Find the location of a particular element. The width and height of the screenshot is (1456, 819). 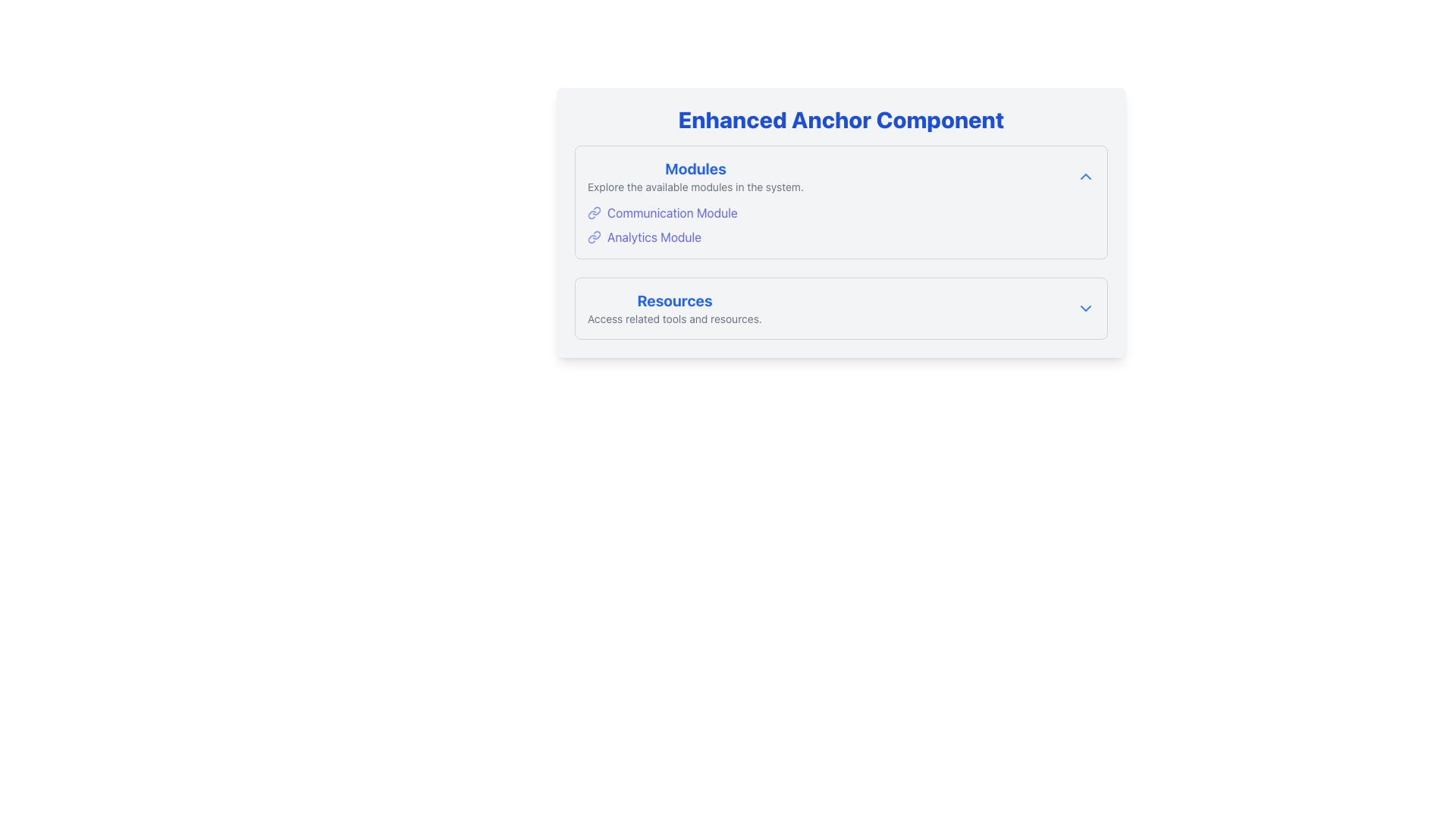

the icon located to the left of the 'Analytics Module' text is located at coordinates (593, 237).